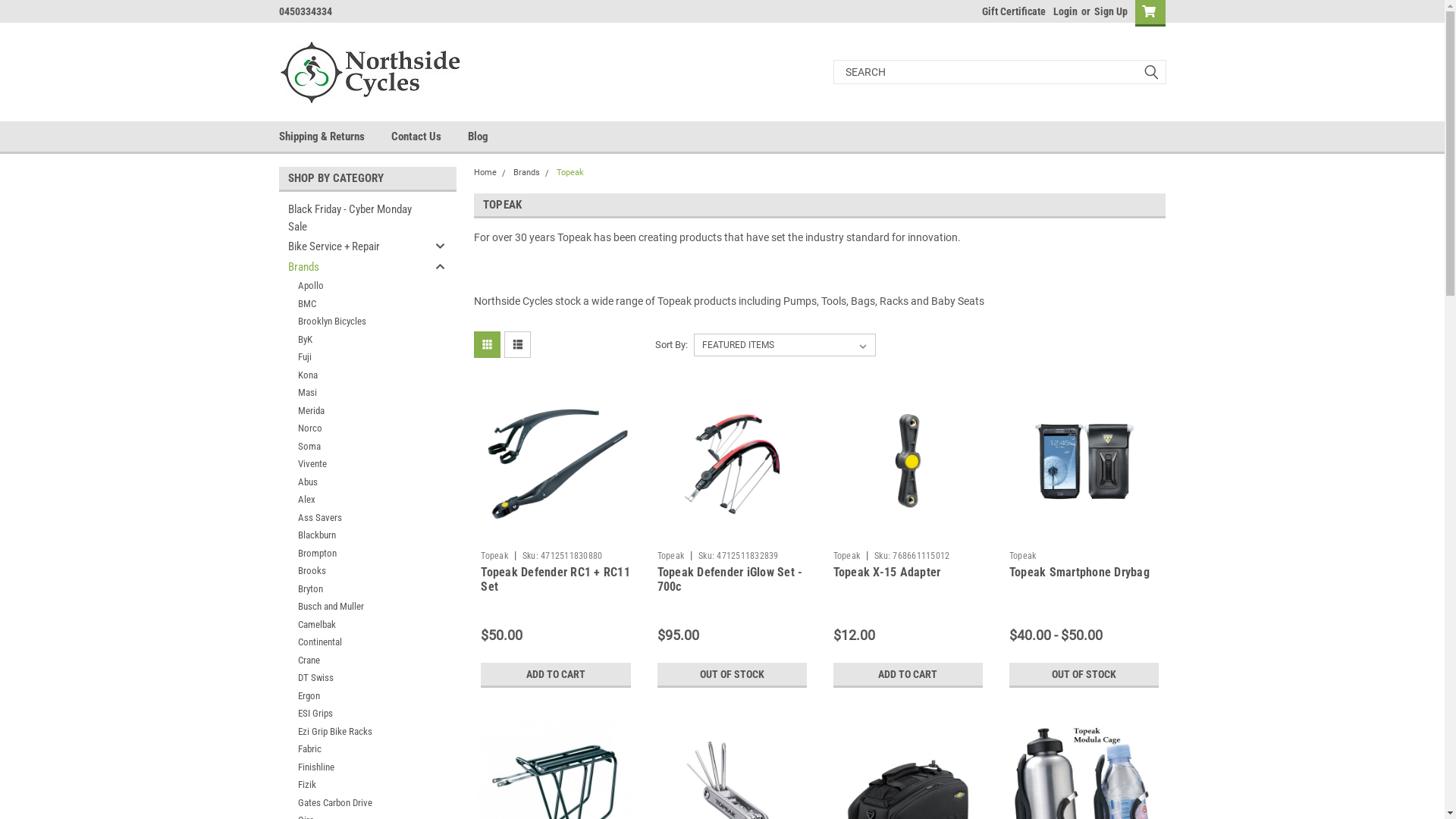 The height and width of the screenshot is (819, 1456). I want to click on 'Topeak', so click(494, 555).